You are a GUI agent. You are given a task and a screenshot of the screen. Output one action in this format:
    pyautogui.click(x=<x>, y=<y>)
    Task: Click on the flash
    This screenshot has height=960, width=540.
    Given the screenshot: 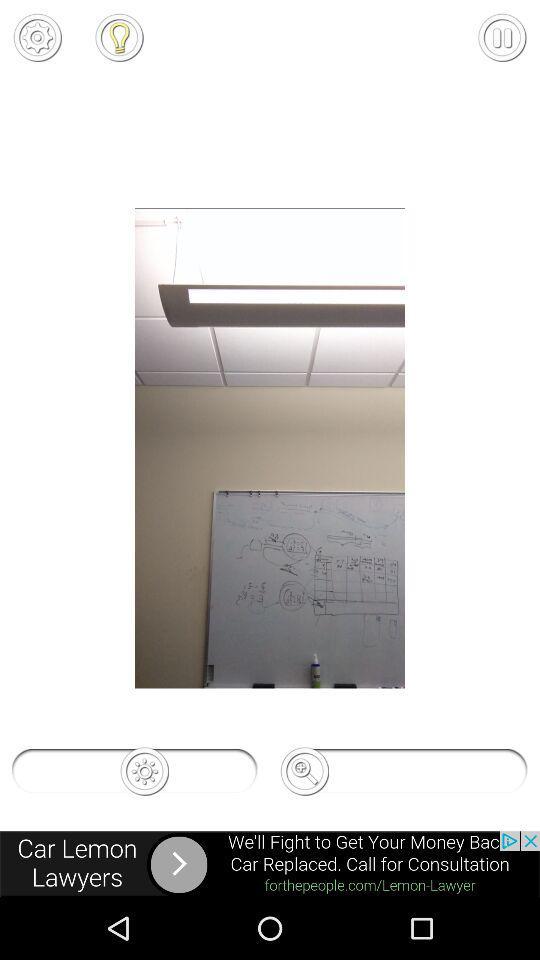 What is the action you would take?
    pyautogui.click(x=119, y=36)
    